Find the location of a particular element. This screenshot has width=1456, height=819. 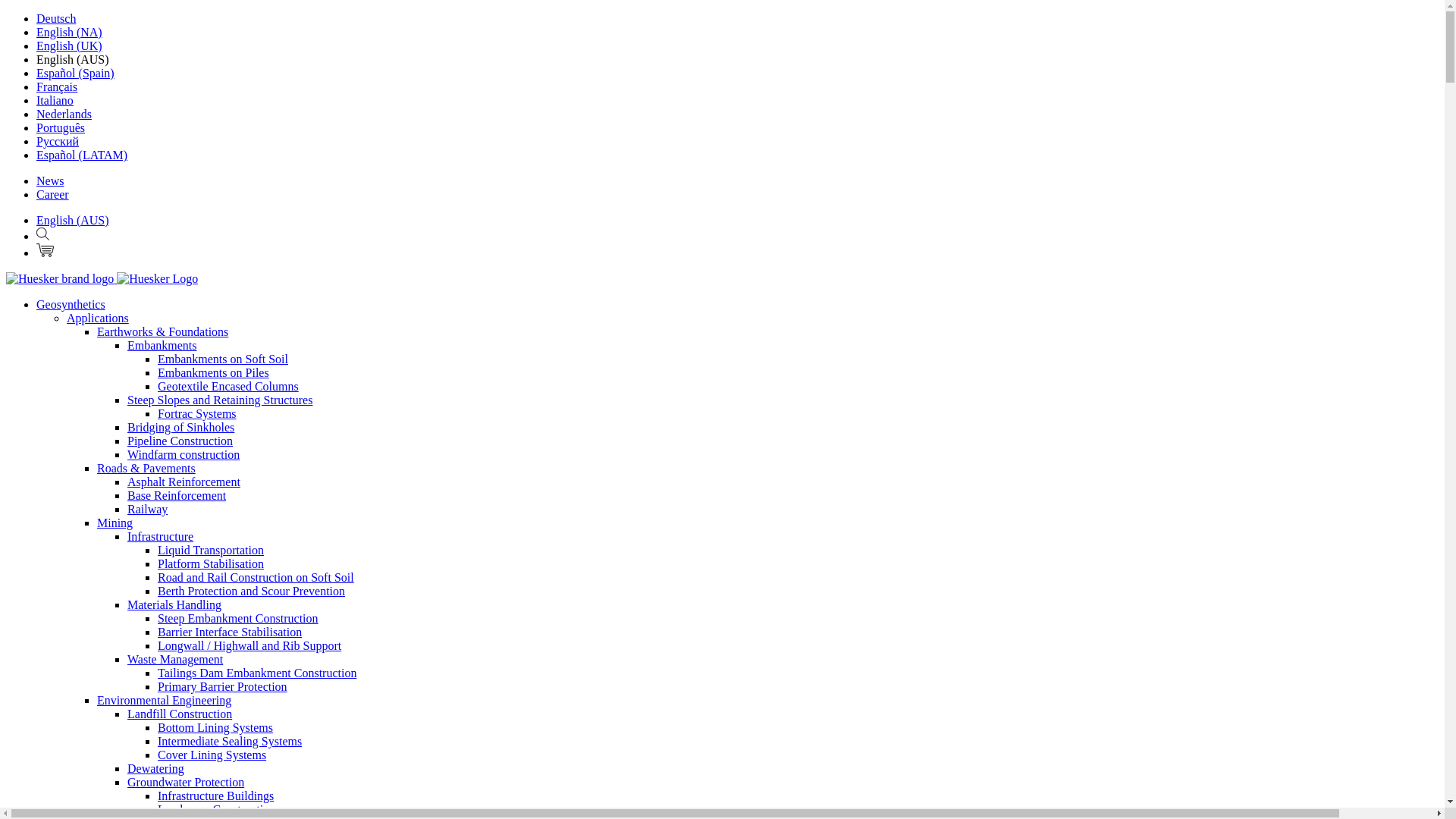

'Environmental Engineering' is located at coordinates (164, 700).